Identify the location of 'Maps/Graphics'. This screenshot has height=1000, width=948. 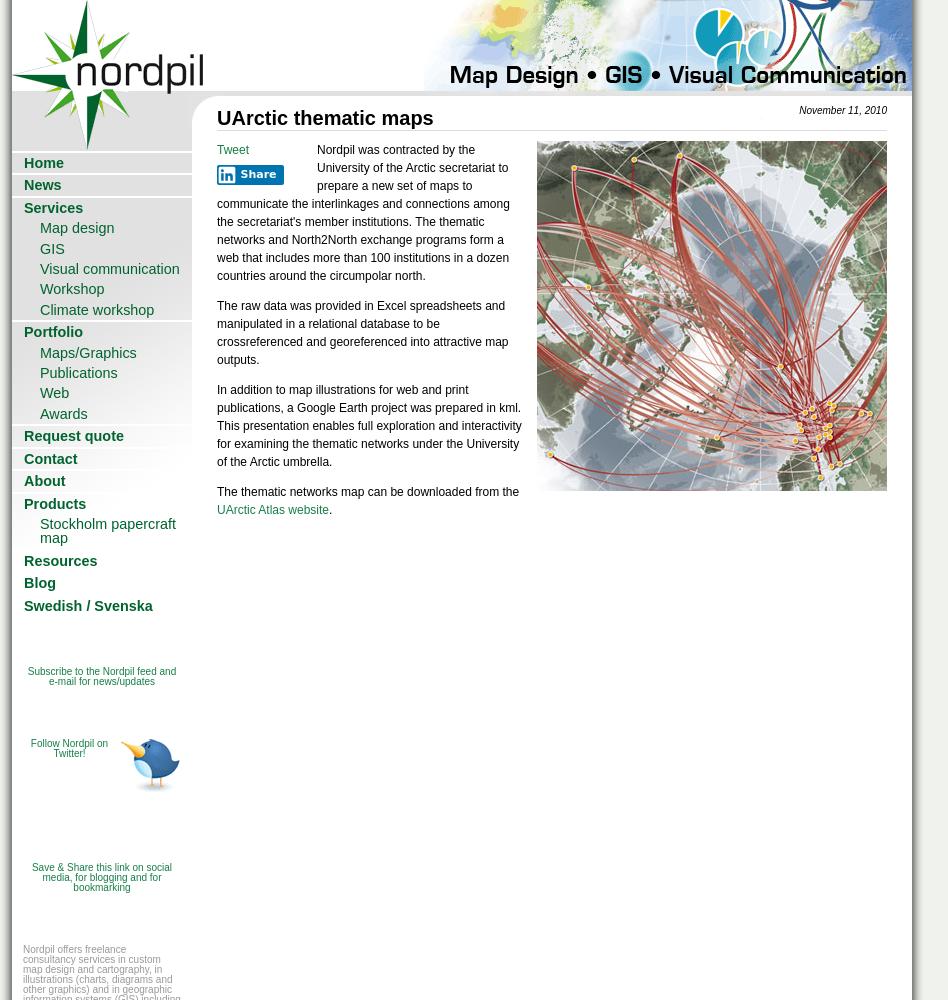
(87, 351).